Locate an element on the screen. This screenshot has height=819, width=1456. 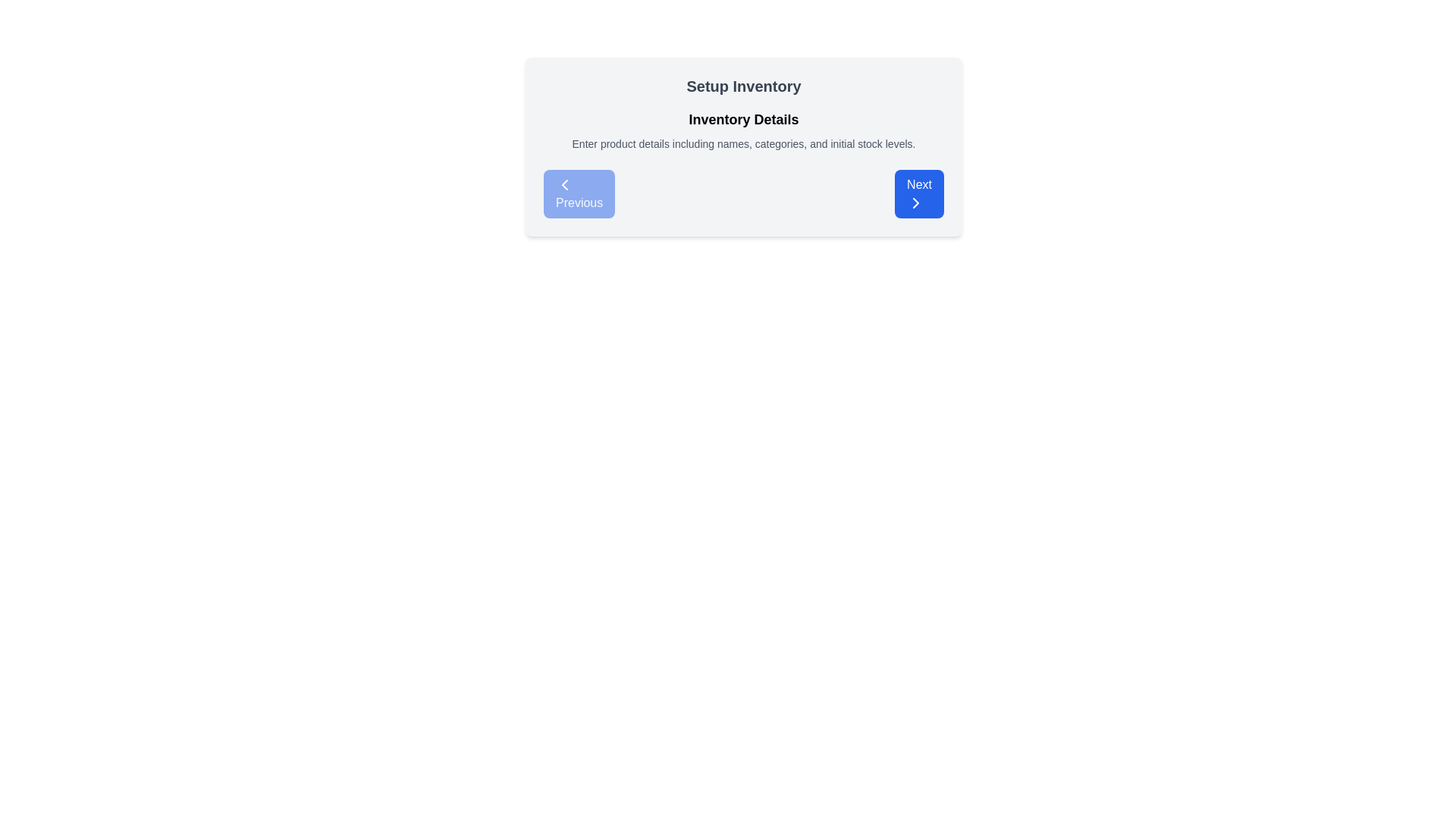
the informational text that instructs to 'Enter product details including names, categories, and initial stock levels.' located under the heading 'Inventory Details' is located at coordinates (743, 143).